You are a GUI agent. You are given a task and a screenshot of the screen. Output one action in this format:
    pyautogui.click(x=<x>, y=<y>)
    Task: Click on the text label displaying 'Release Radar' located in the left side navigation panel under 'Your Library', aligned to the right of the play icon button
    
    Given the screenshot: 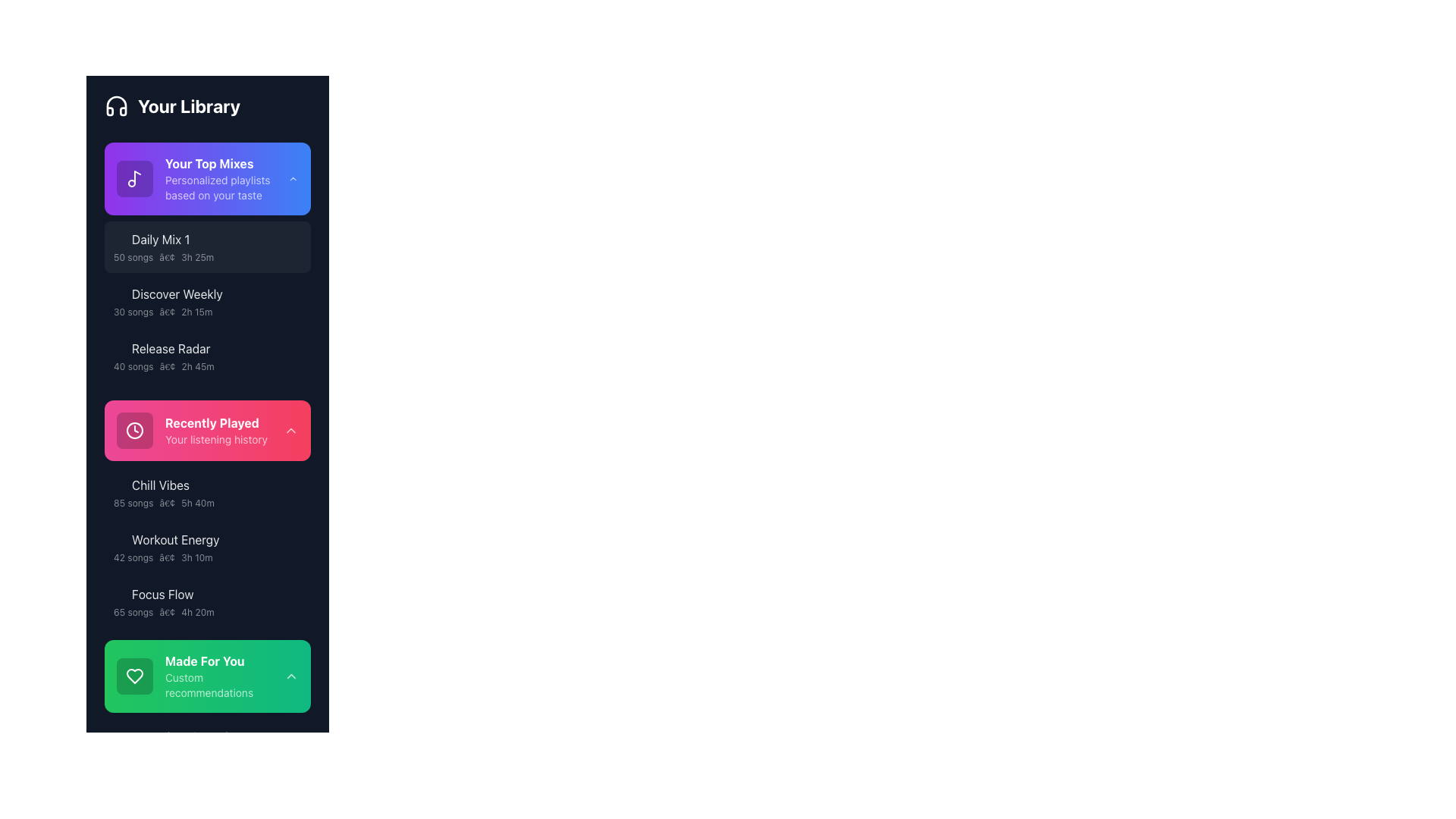 What is the action you would take?
    pyautogui.click(x=171, y=348)
    